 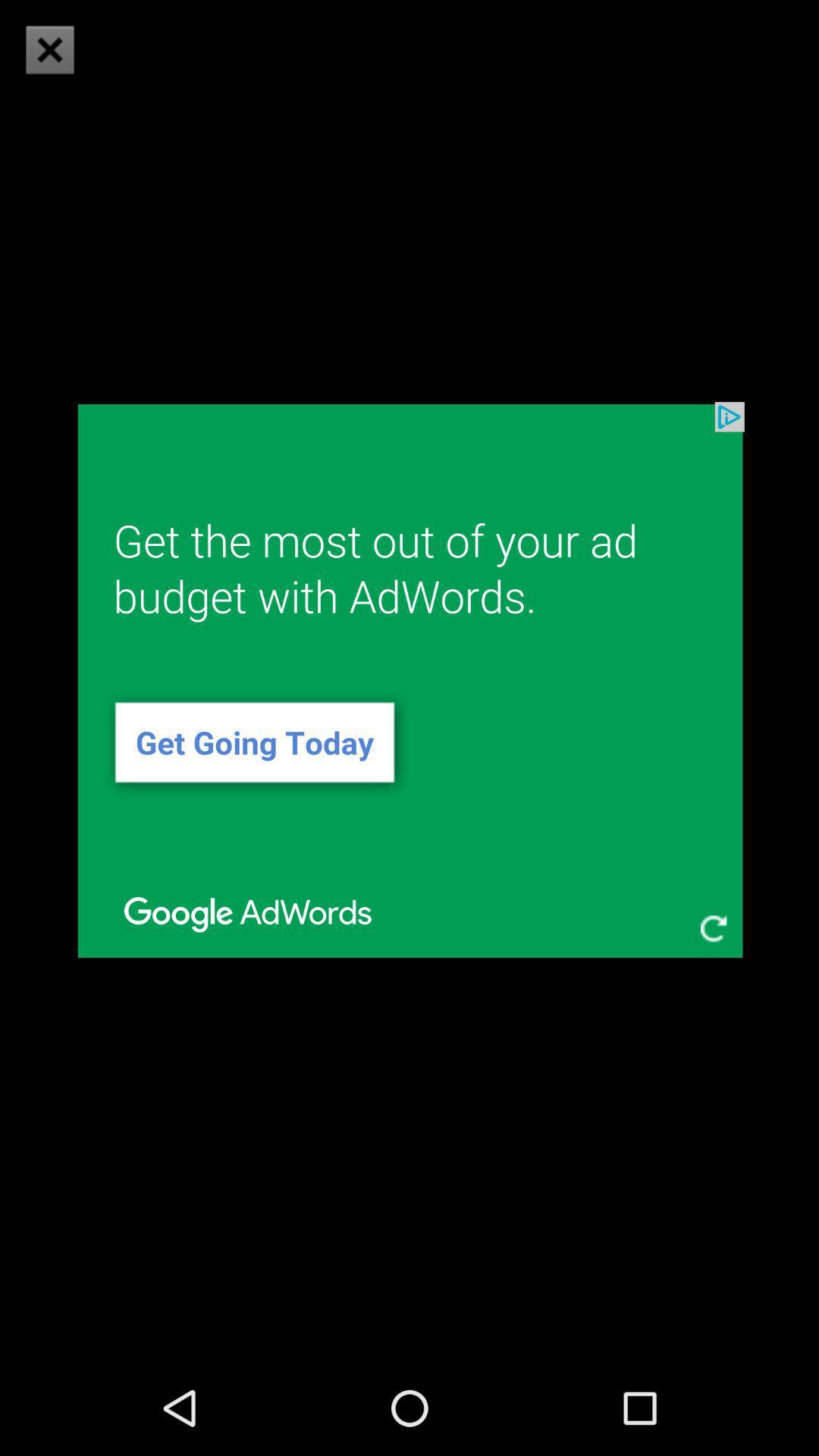 What do you see at coordinates (409, 679) in the screenshot?
I see `the item at the center` at bounding box center [409, 679].